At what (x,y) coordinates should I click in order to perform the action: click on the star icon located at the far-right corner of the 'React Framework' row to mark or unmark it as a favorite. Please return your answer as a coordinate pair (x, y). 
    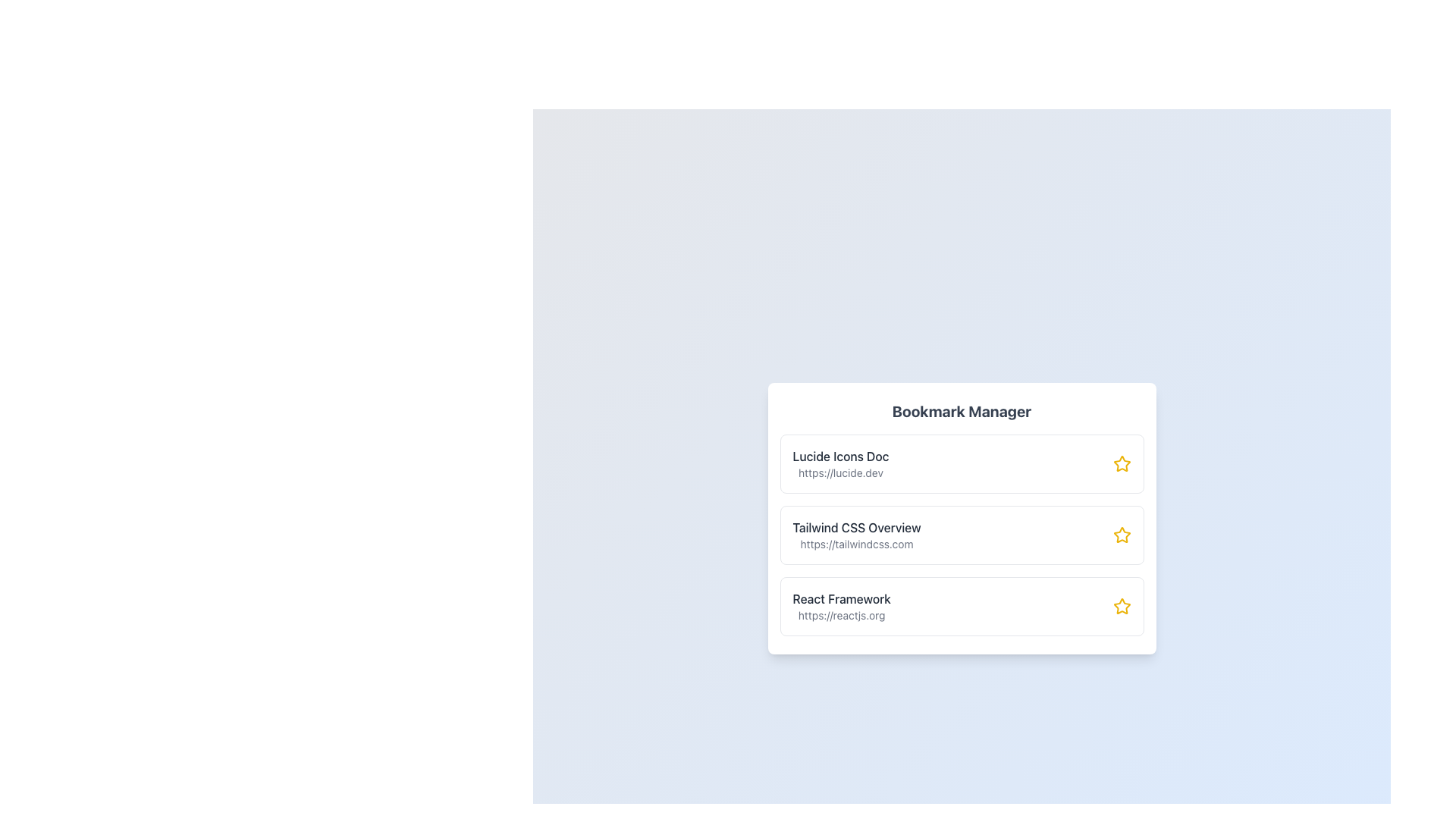
    Looking at the image, I should click on (1122, 605).